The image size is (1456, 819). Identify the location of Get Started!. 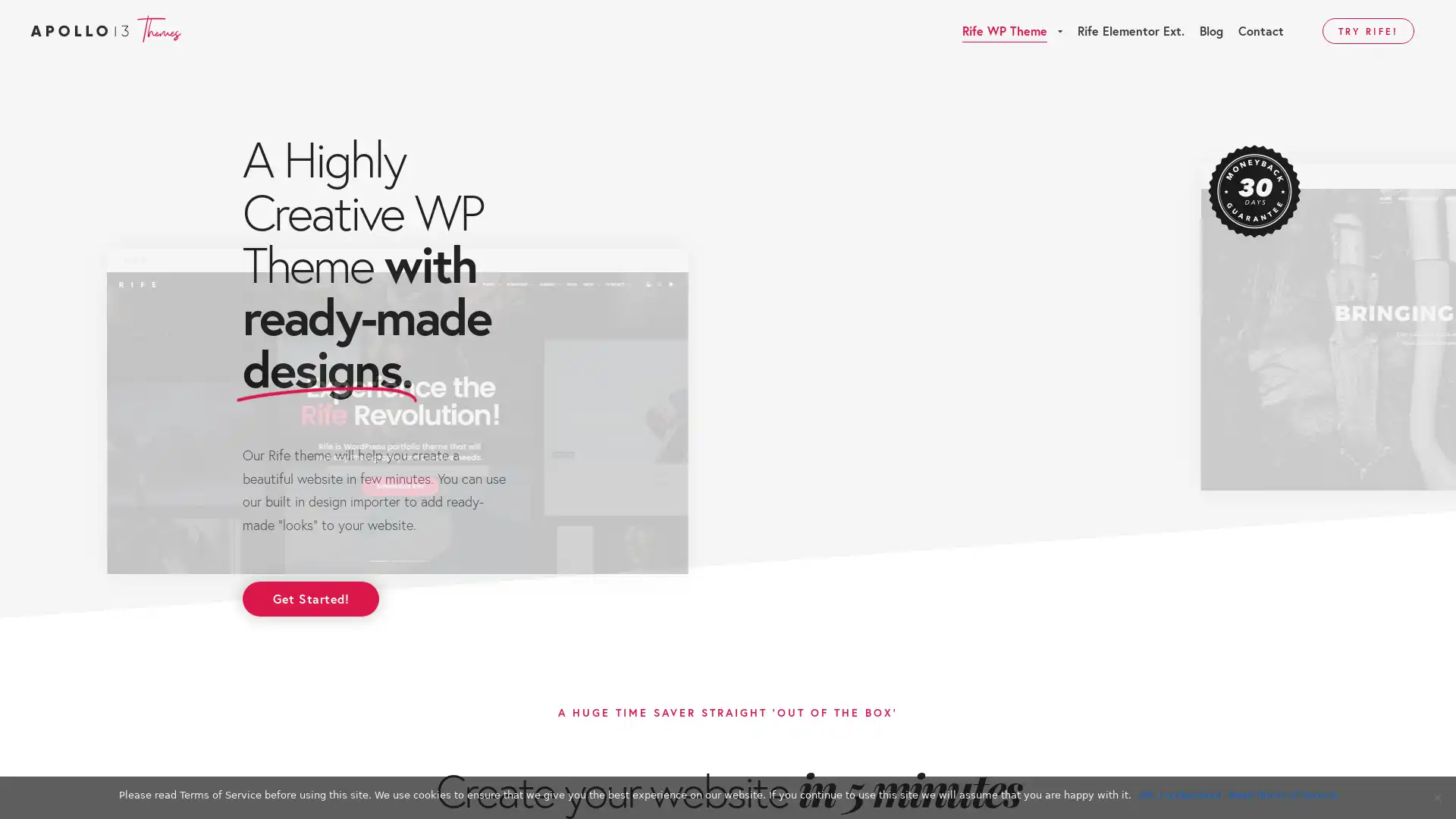
(309, 598).